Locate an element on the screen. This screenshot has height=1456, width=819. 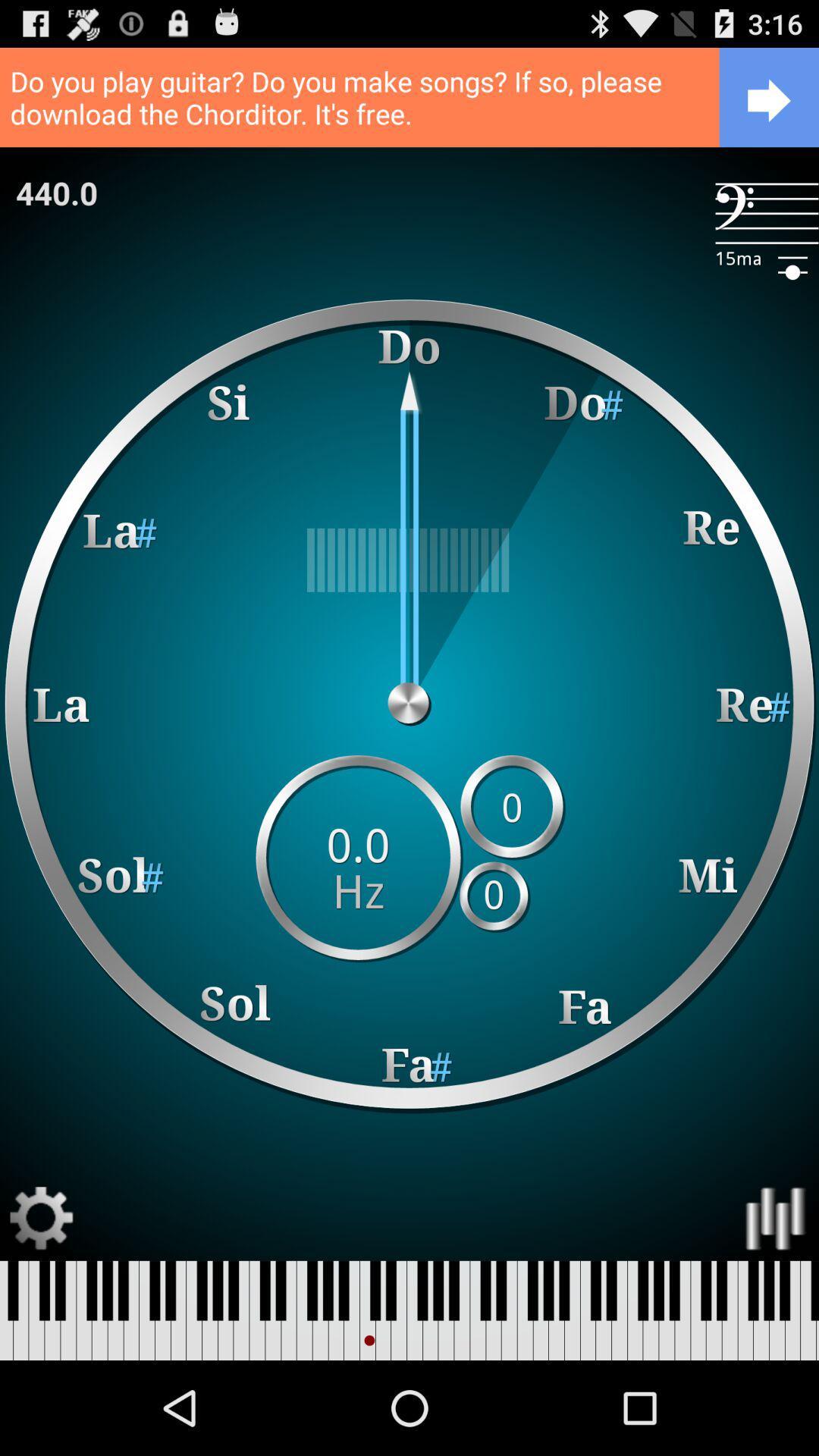
the app next to 440.0 item is located at coordinates (767, 212).